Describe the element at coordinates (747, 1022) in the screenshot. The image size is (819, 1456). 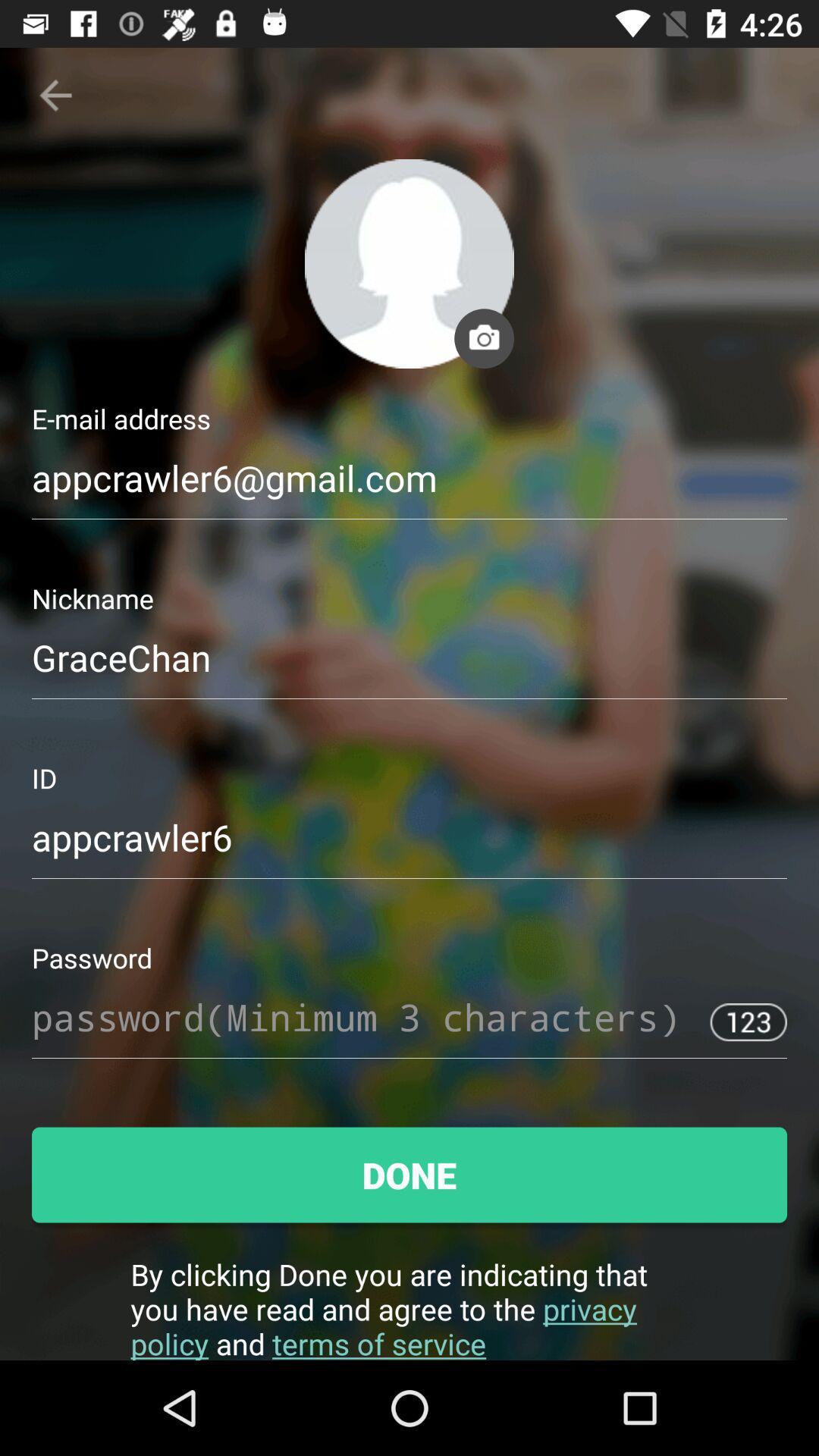
I see `123 button` at that location.